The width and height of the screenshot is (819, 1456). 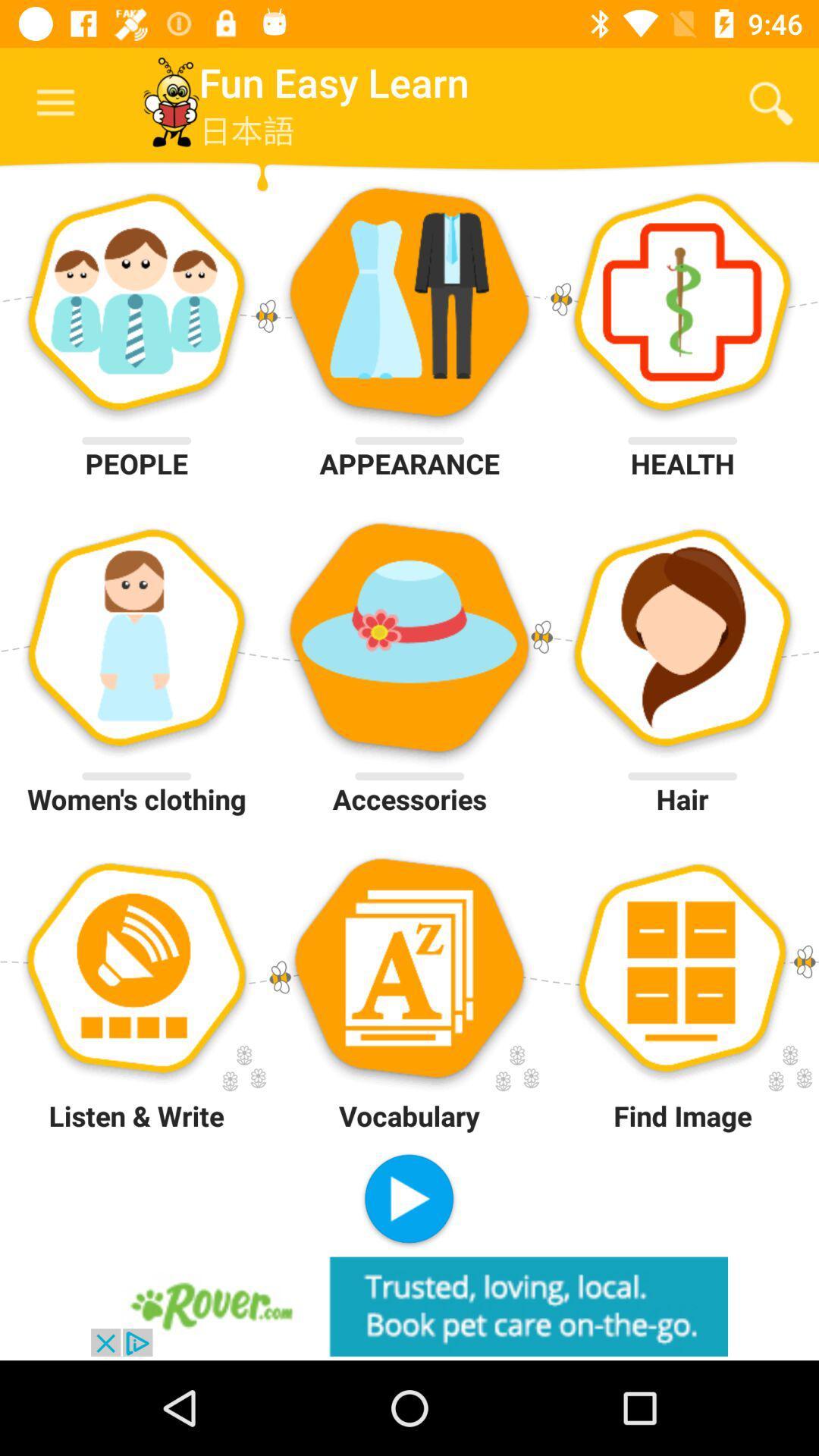 I want to click on selected topic, so click(x=408, y=1200).